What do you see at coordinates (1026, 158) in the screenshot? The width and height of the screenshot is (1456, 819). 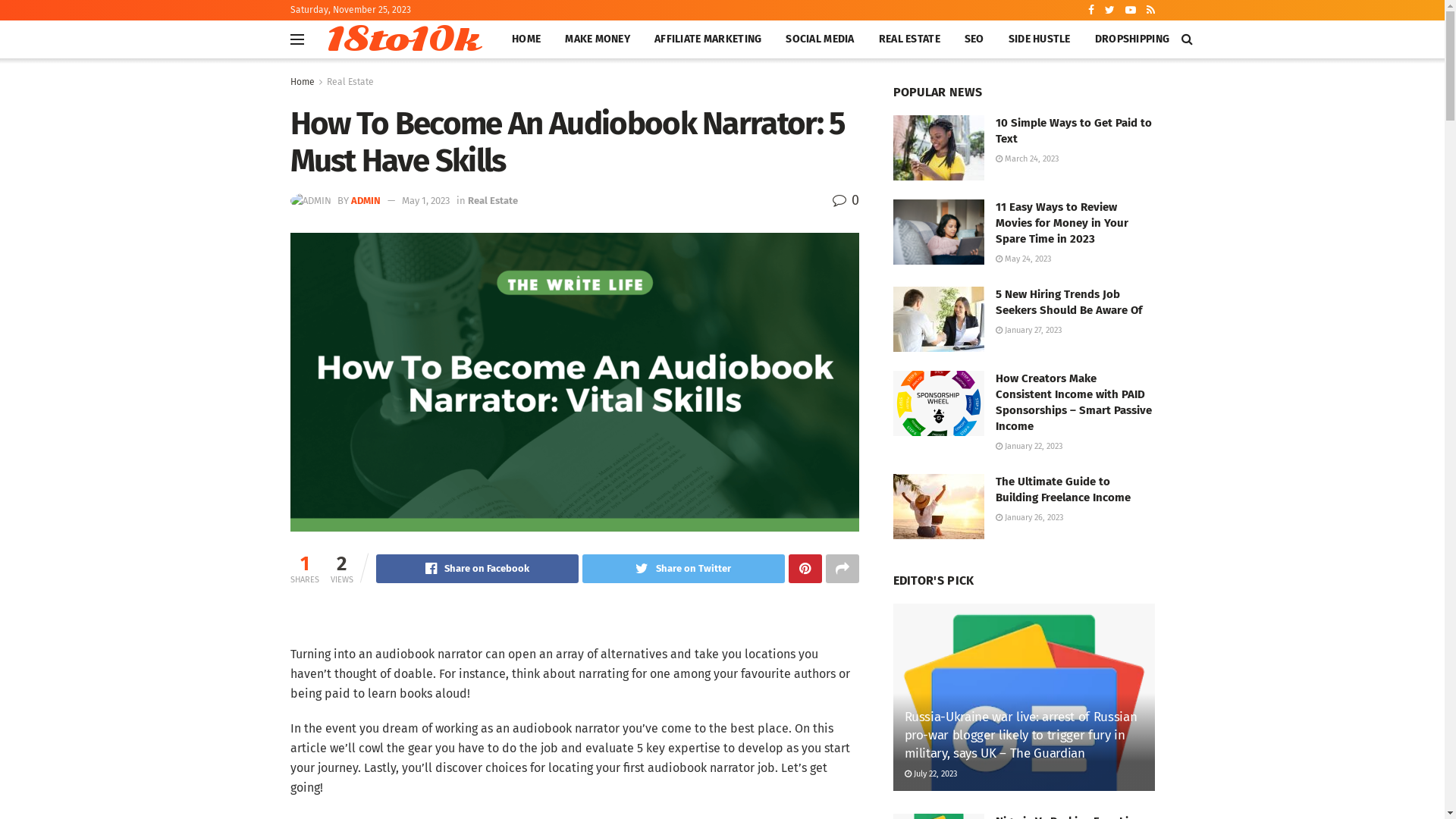 I see `'March 24, 2023'` at bounding box center [1026, 158].